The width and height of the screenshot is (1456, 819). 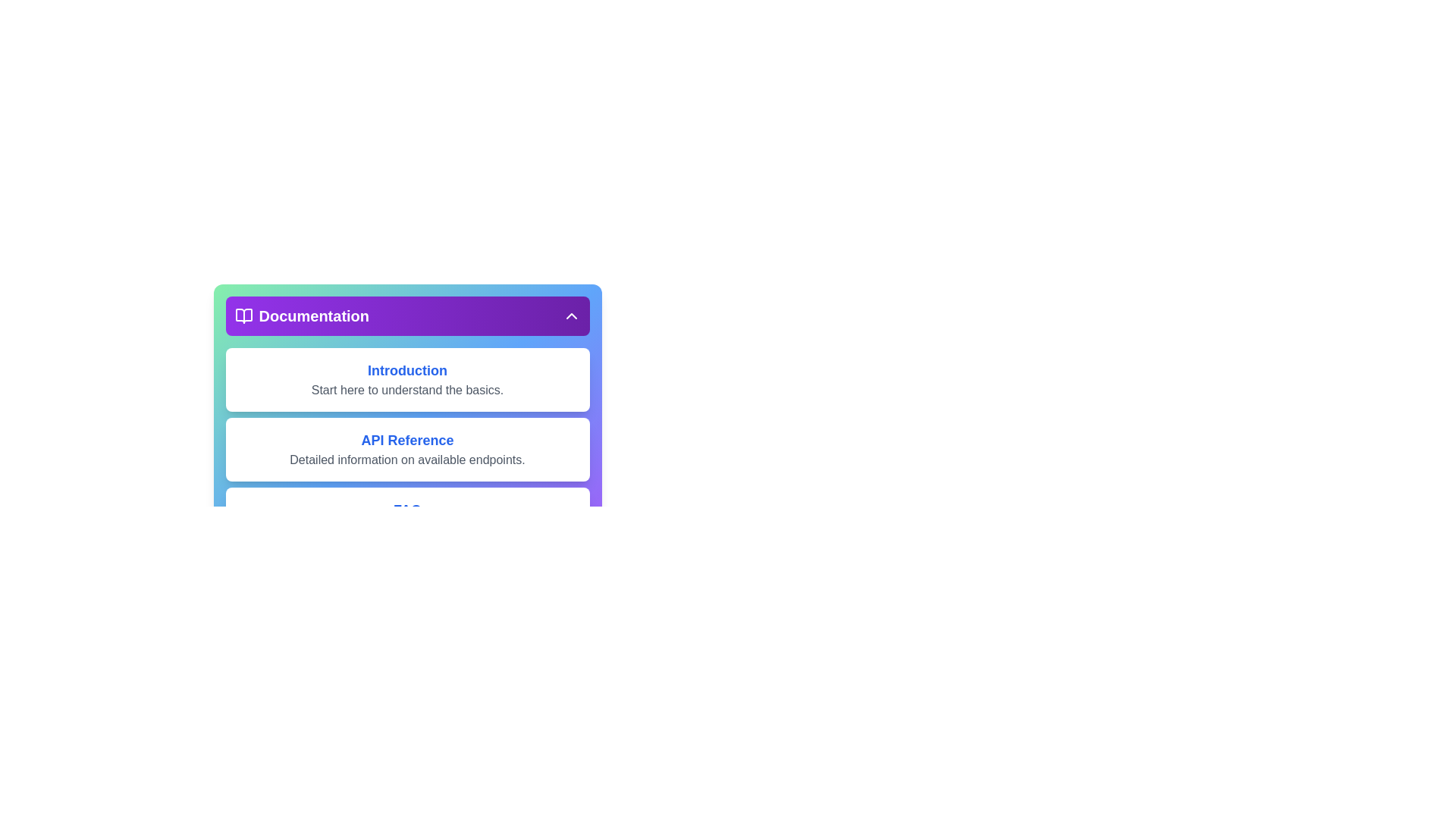 What do you see at coordinates (407, 449) in the screenshot?
I see `the documentation section API Reference to view its details` at bounding box center [407, 449].